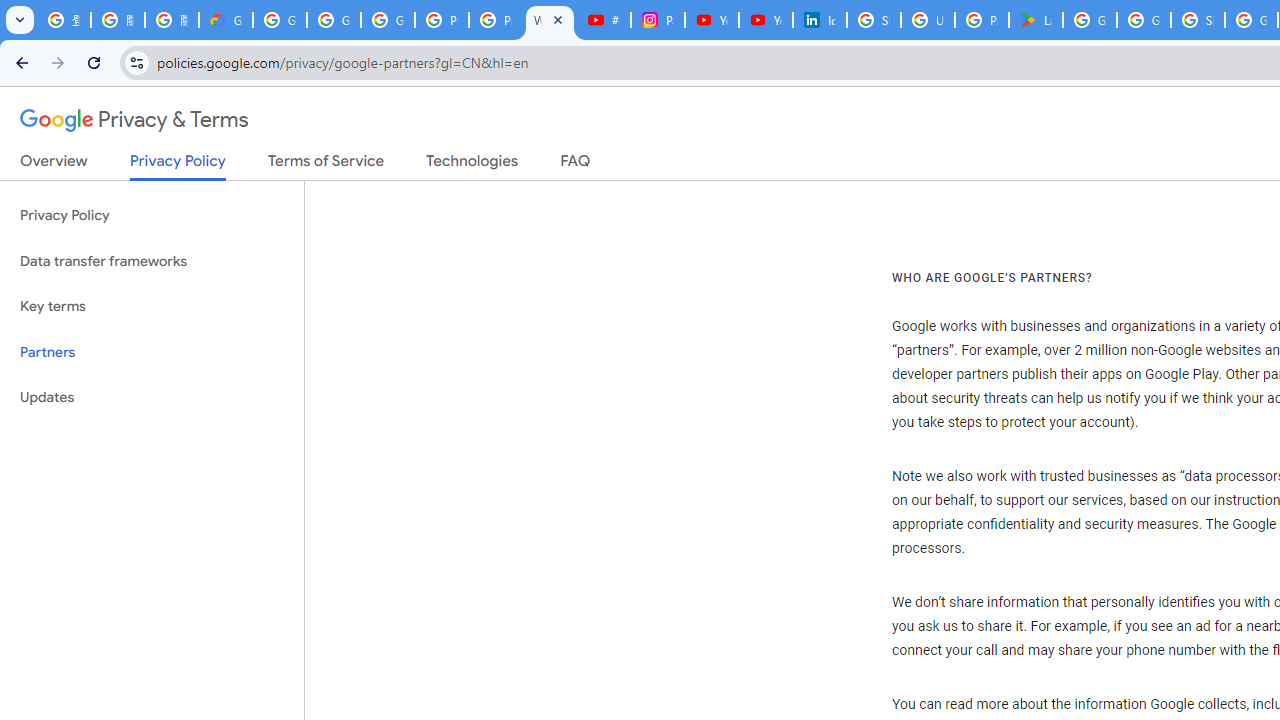 Image resolution: width=1280 pixels, height=720 pixels. I want to click on 'Privacy Help Center - Policies Help', so click(496, 20).